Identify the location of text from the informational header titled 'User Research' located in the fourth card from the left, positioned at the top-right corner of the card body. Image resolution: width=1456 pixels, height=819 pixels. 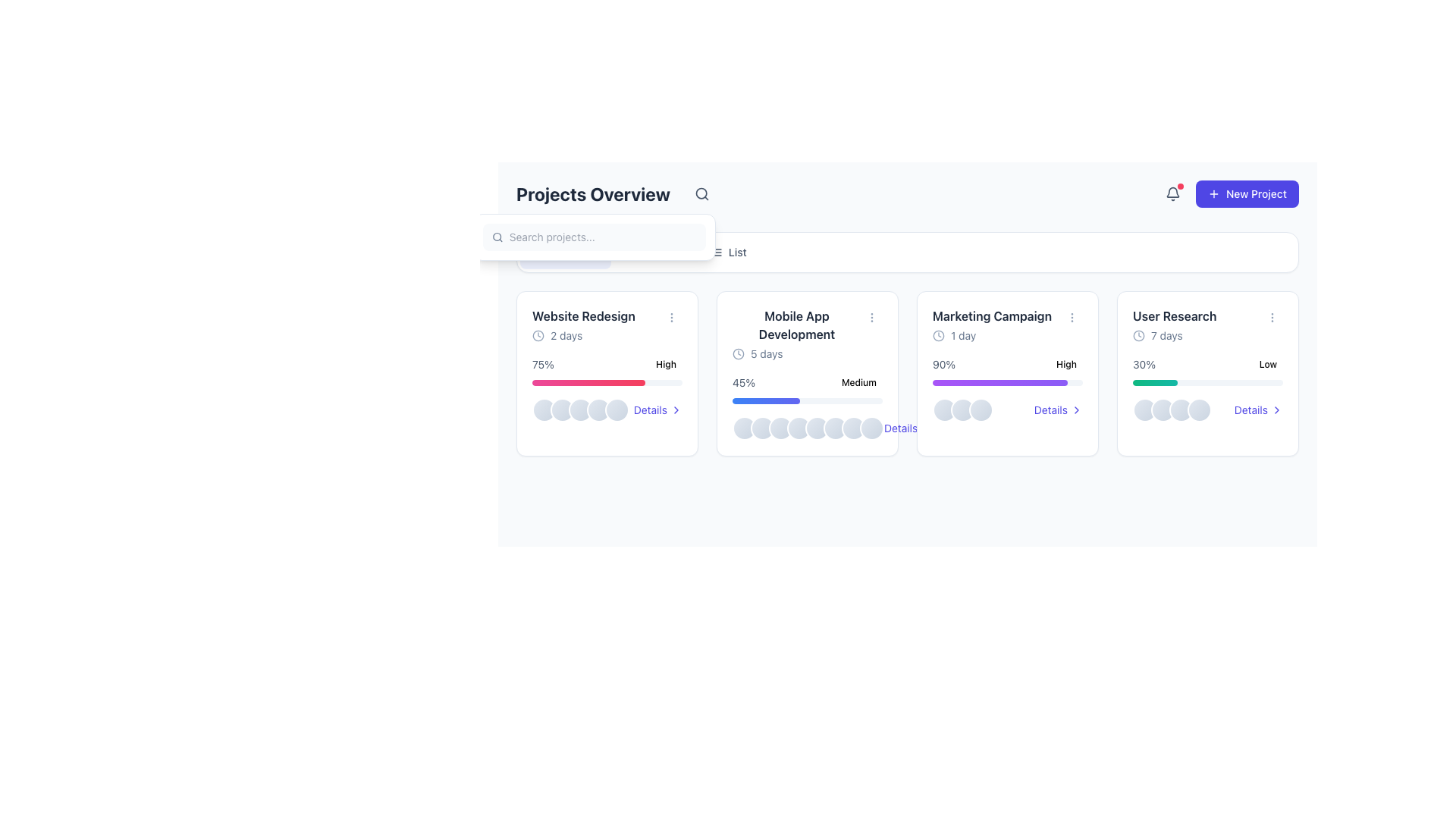
(1207, 324).